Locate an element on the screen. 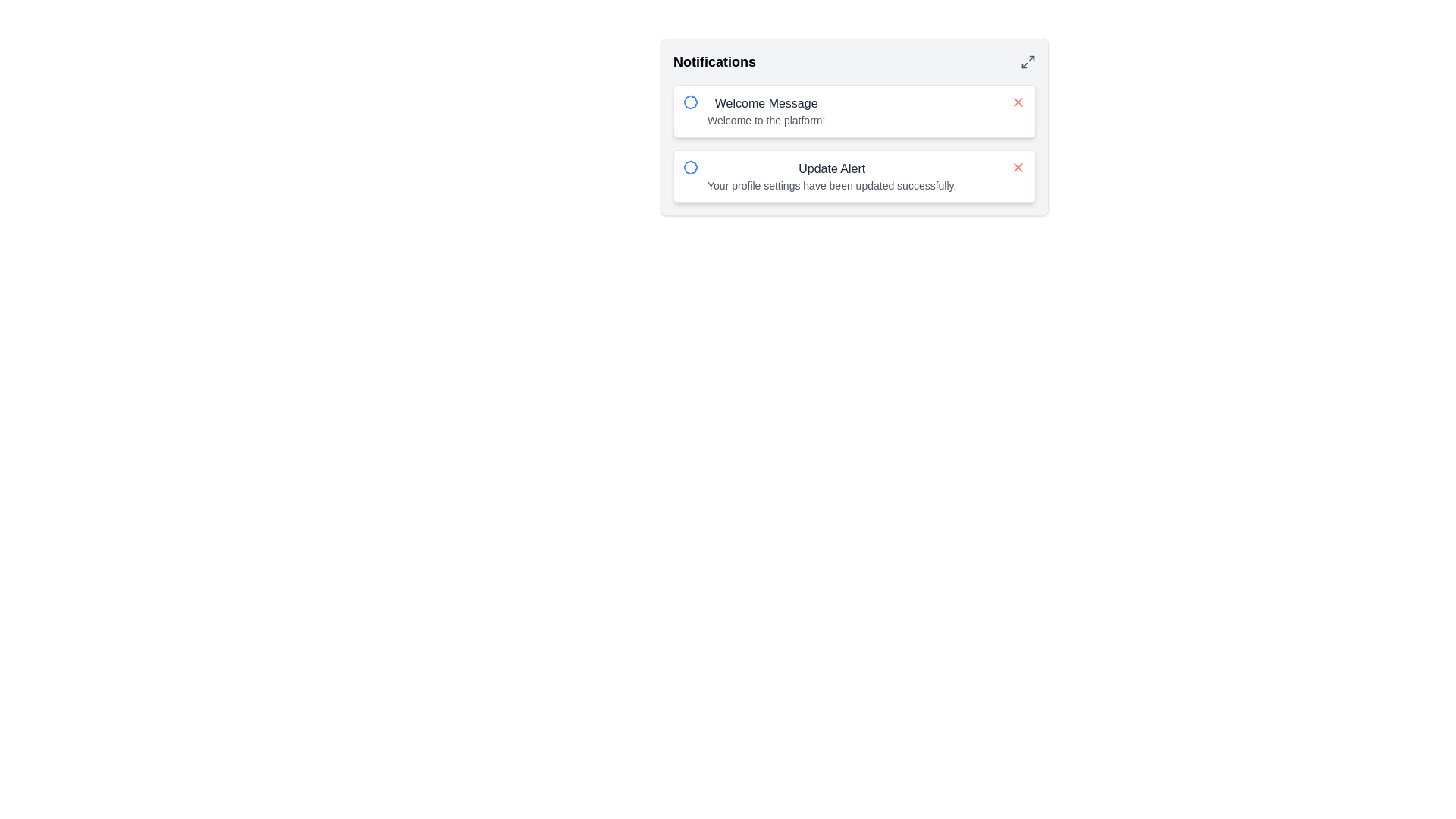  greeting message from the text block that includes 'Welcome Message' and 'Welcome to the platform!' is located at coordinates (766, 110).